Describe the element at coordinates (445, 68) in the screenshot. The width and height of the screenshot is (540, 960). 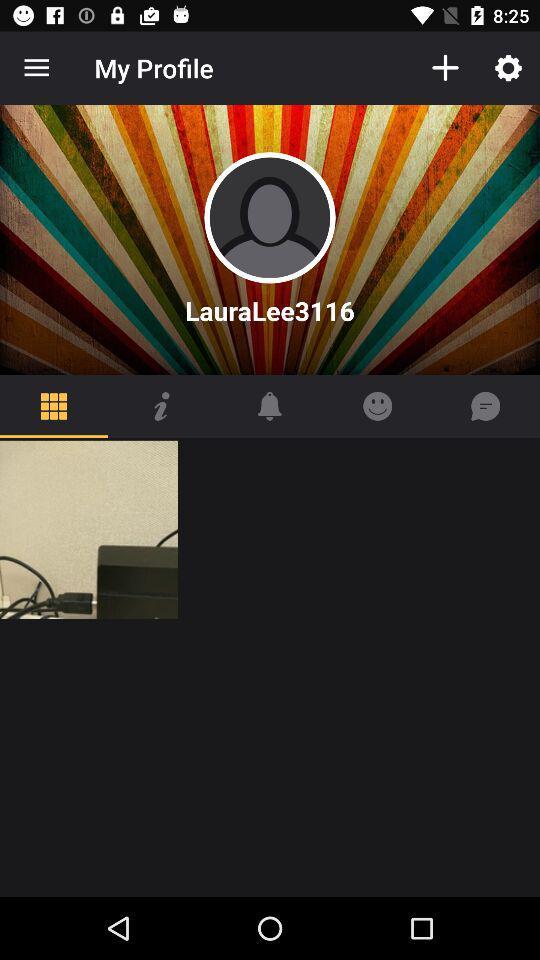
I see `icon next to my profile icon` at that location.